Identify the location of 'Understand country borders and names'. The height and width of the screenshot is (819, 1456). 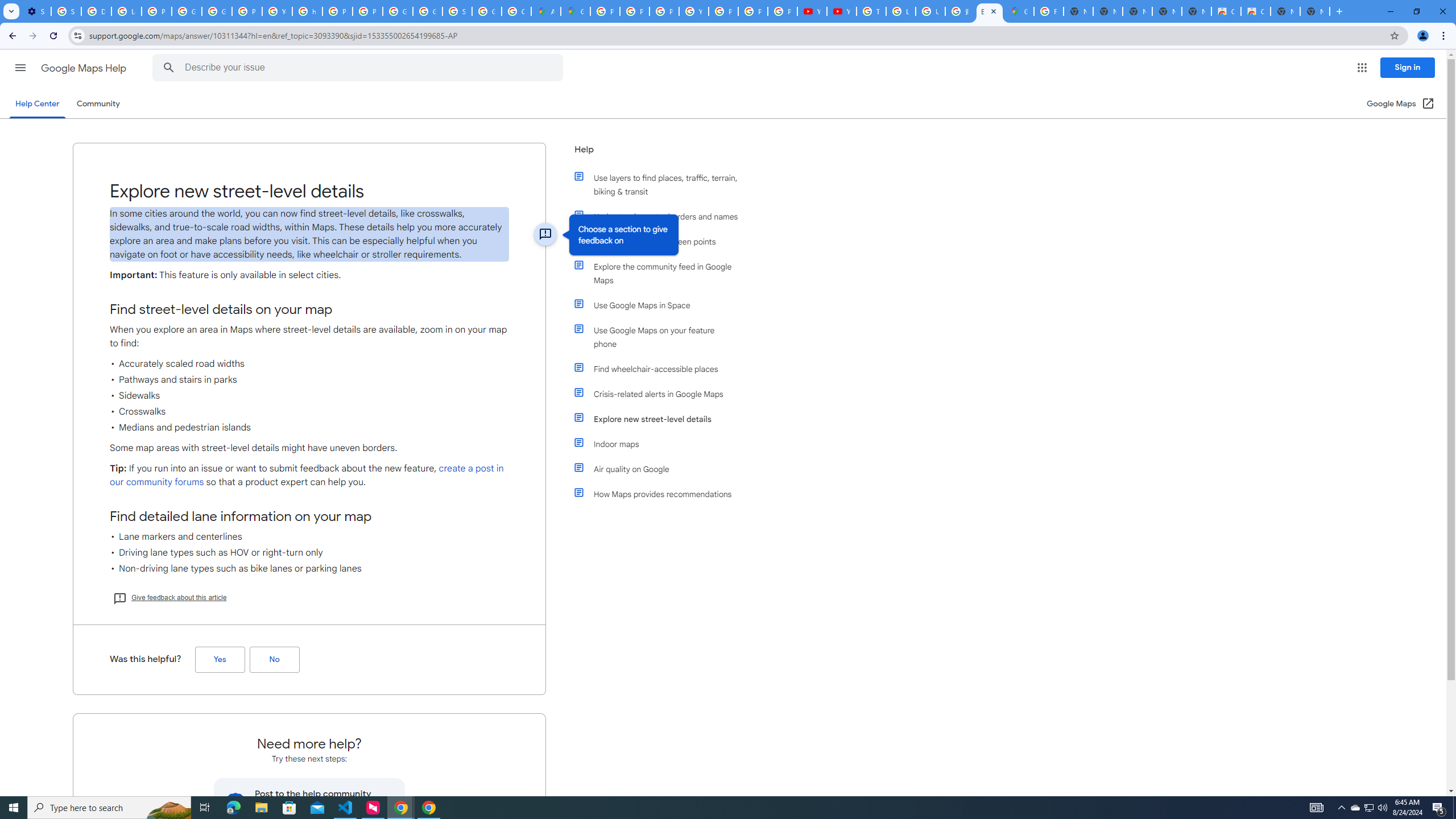
(661, 216).